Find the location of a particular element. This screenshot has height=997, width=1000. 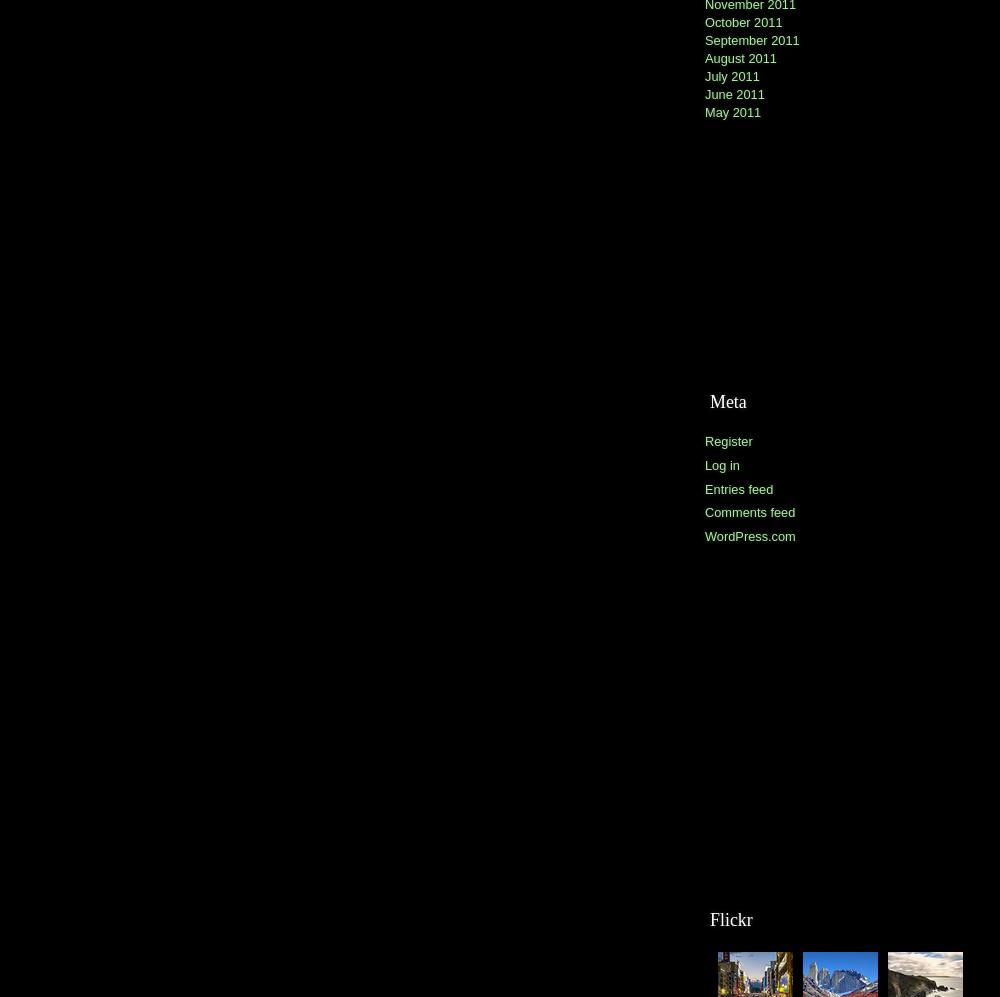

'Log in' is located at coordinates (704, 464).